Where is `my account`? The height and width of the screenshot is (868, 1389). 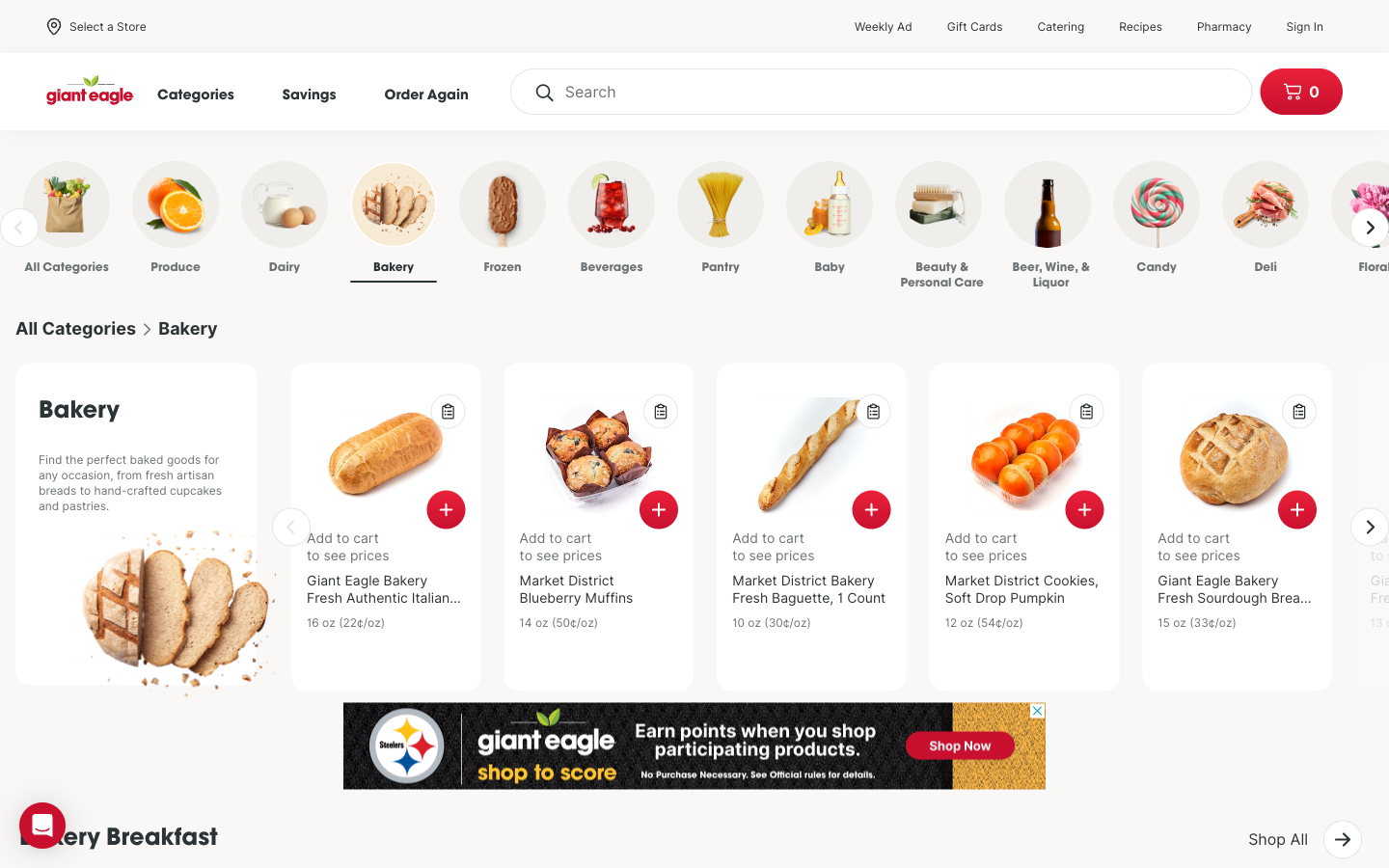
my account is located at coordinates (1313, 25).